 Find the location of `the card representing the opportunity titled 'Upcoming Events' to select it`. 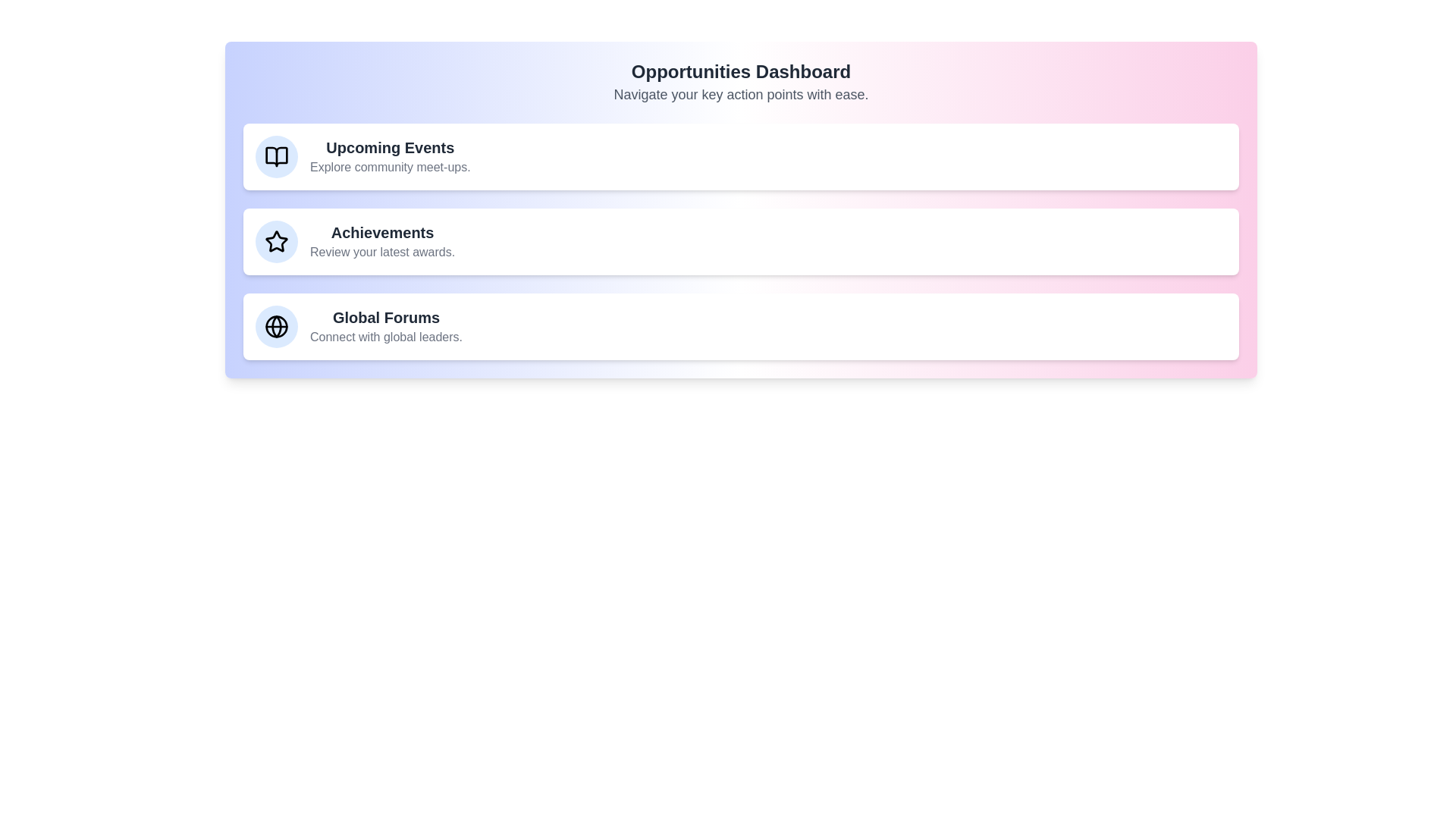

the card representing the opportunity titled 'Upcoming Events' to select it is located at coordinates (741, 157).